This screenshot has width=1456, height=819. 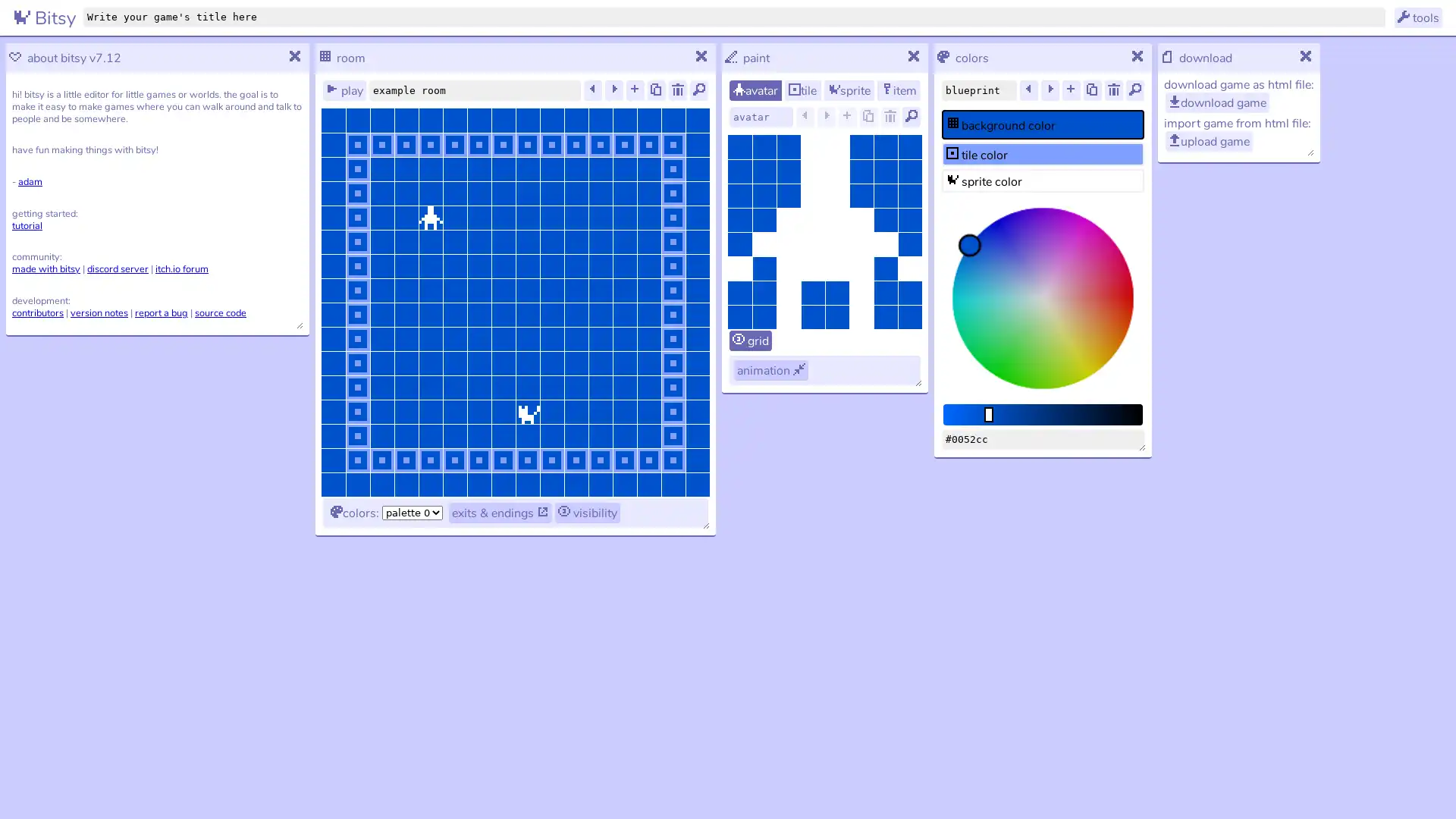 I want to click on next room, so click(x=614, y=90).